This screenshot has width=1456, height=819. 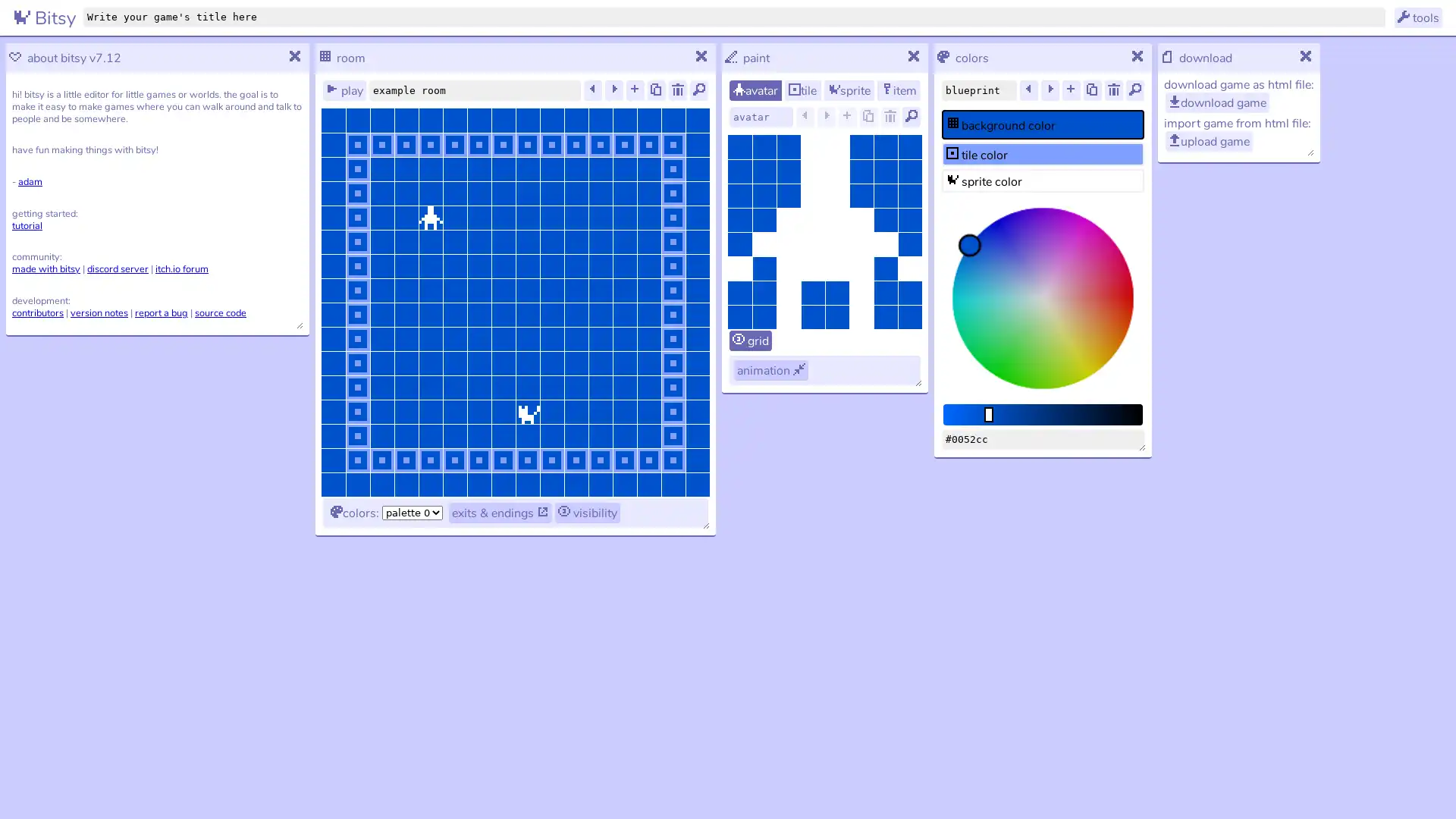 I want to click on next room, so click(x=614, y=90).